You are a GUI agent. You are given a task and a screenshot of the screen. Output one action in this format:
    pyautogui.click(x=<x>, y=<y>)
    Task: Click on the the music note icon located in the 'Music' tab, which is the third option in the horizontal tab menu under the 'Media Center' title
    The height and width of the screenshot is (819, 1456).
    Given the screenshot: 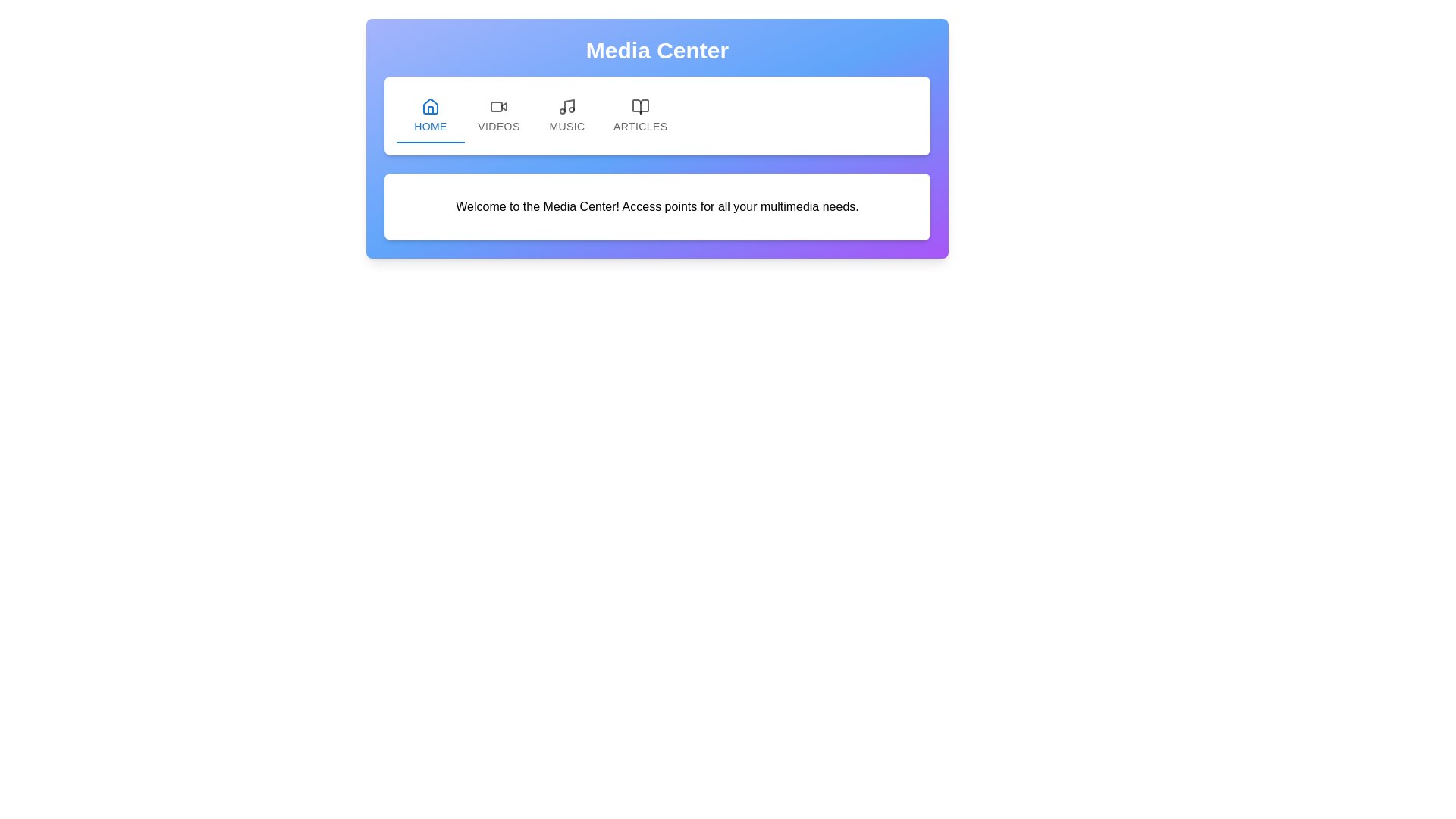 What is the action you would take?
    pyautogui.click(x=566, y=106)
    